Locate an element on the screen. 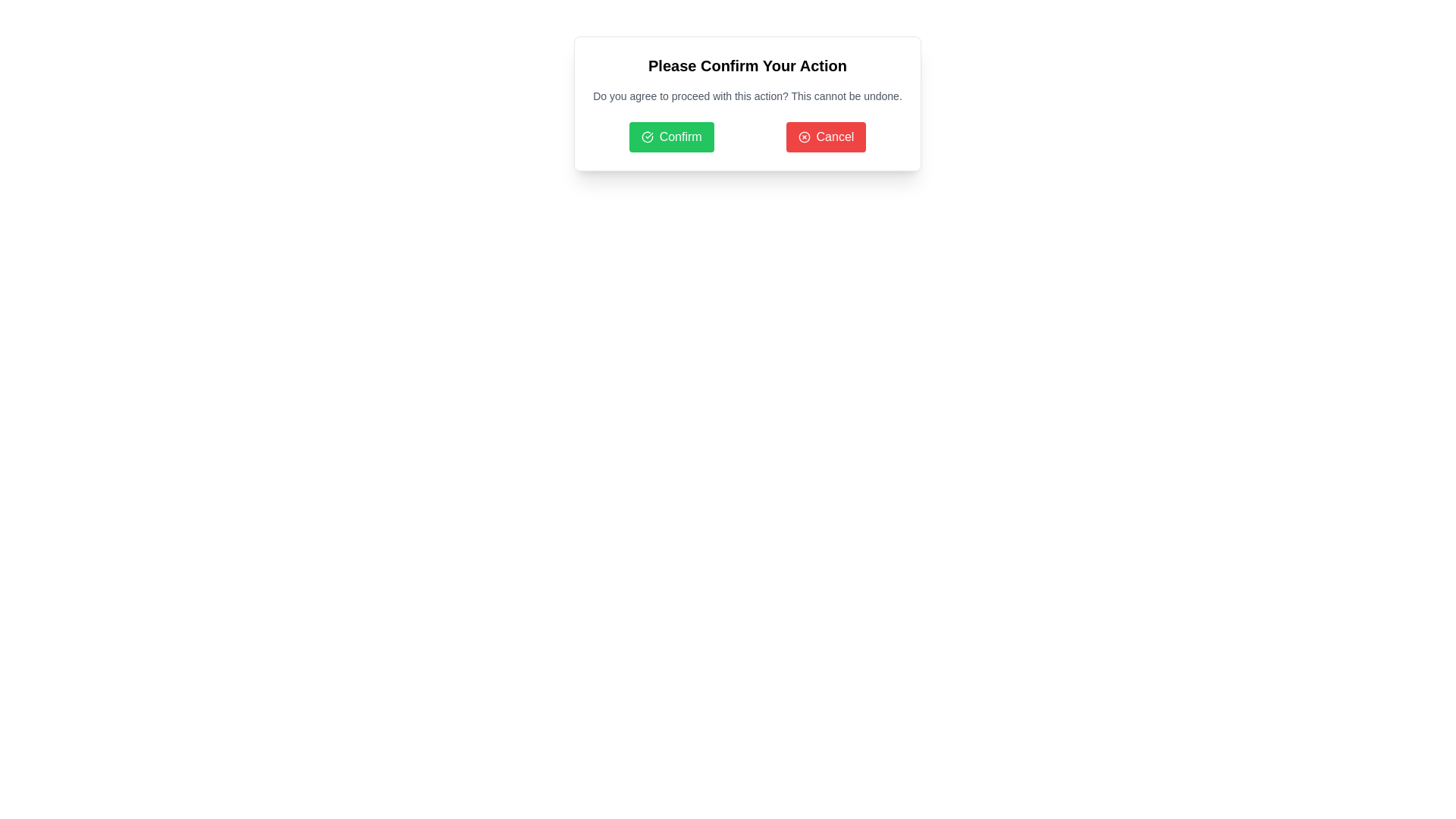 The image size is (1456, 819). the 'Cancel' button located beneath the title 'Please Confirm Your Action' in the modal UI to abort the current operation is located at coordinates (825, 137).